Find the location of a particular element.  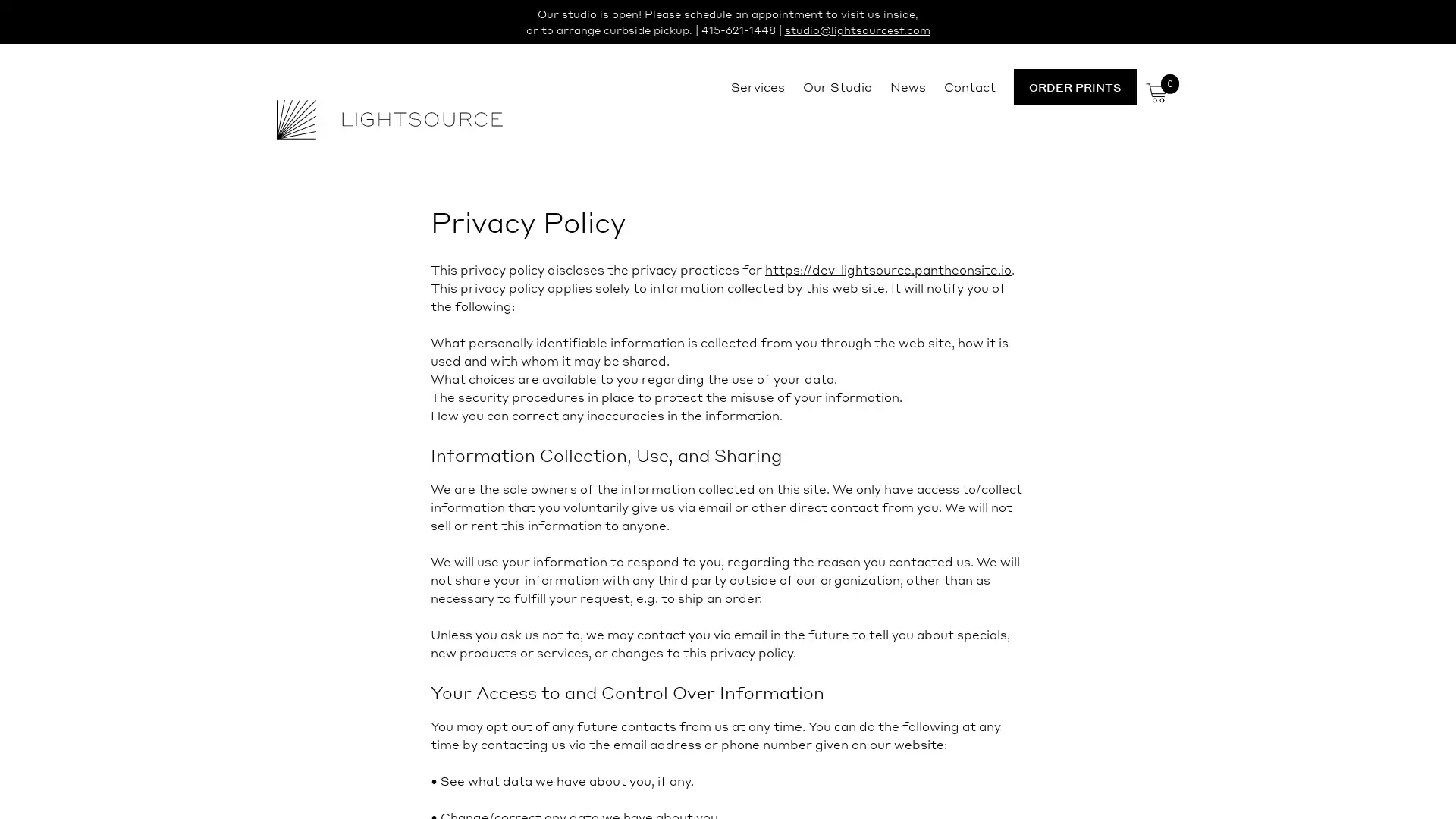

Sign up is located at coordinates (870, 528).